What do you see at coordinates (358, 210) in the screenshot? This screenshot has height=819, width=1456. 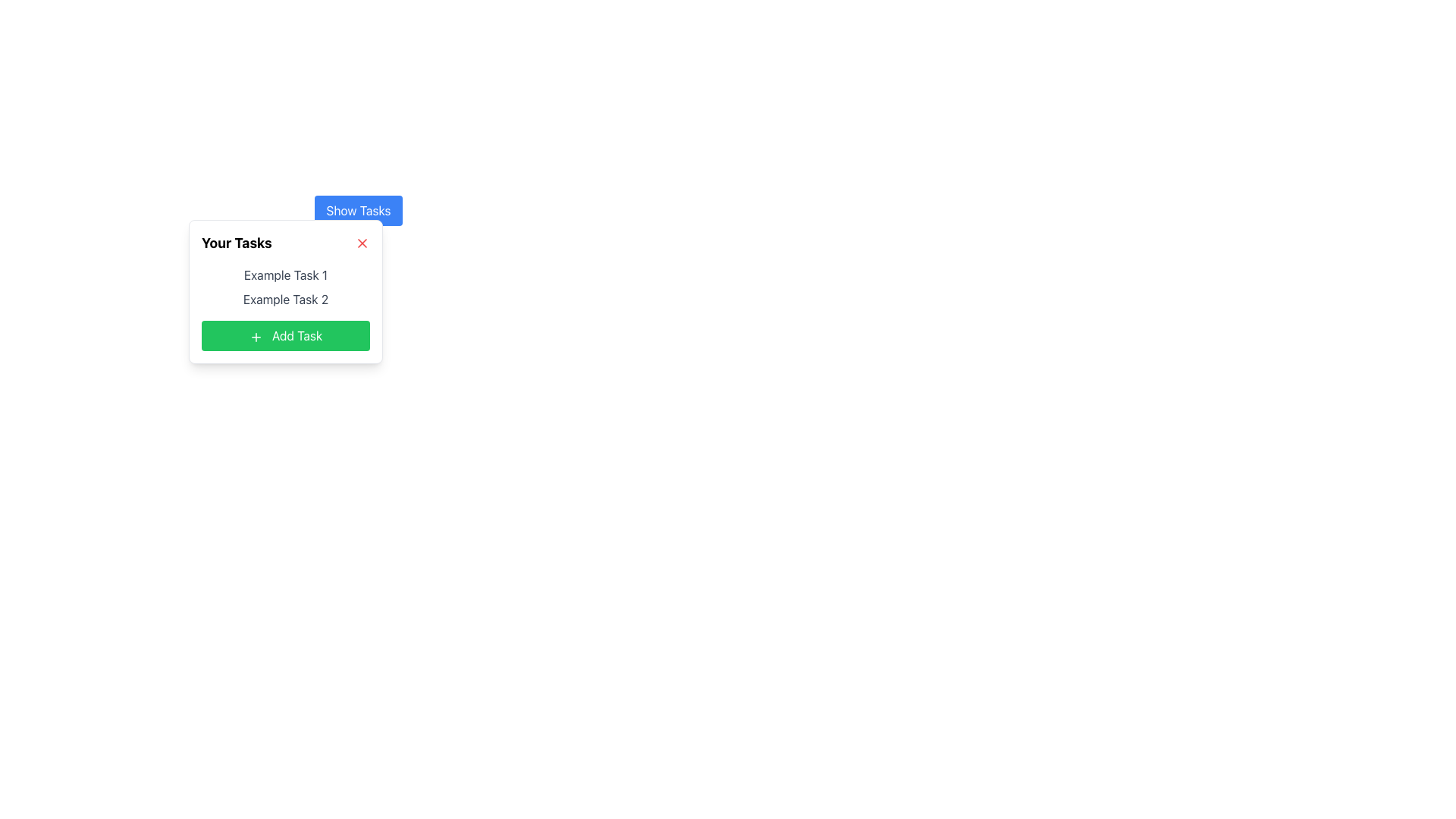 I see `the toggle button for the tasks list to change its visual state` at bounding box center [358, 210].